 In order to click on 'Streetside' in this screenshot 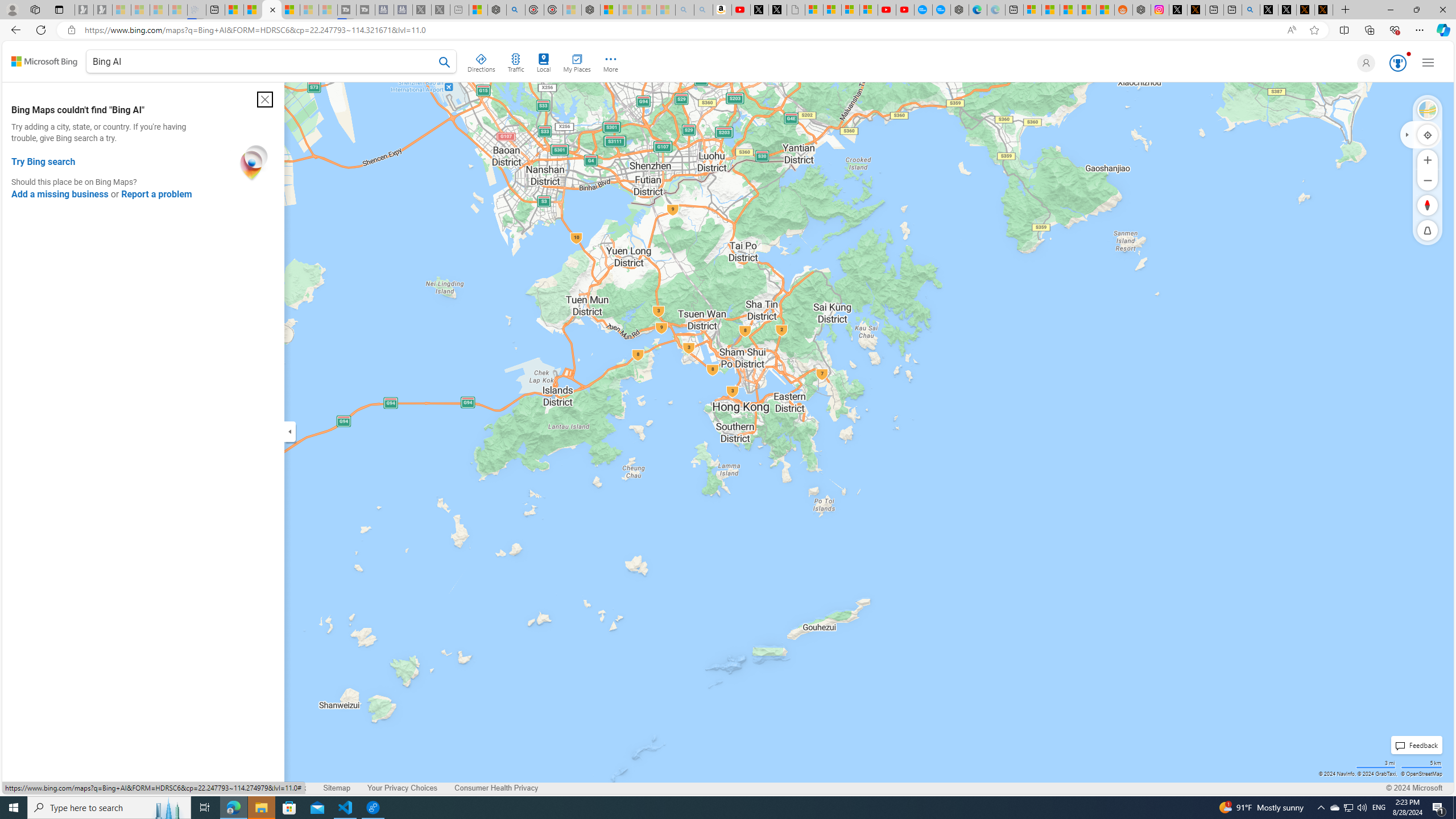, I will do `click(1428, 109)`.